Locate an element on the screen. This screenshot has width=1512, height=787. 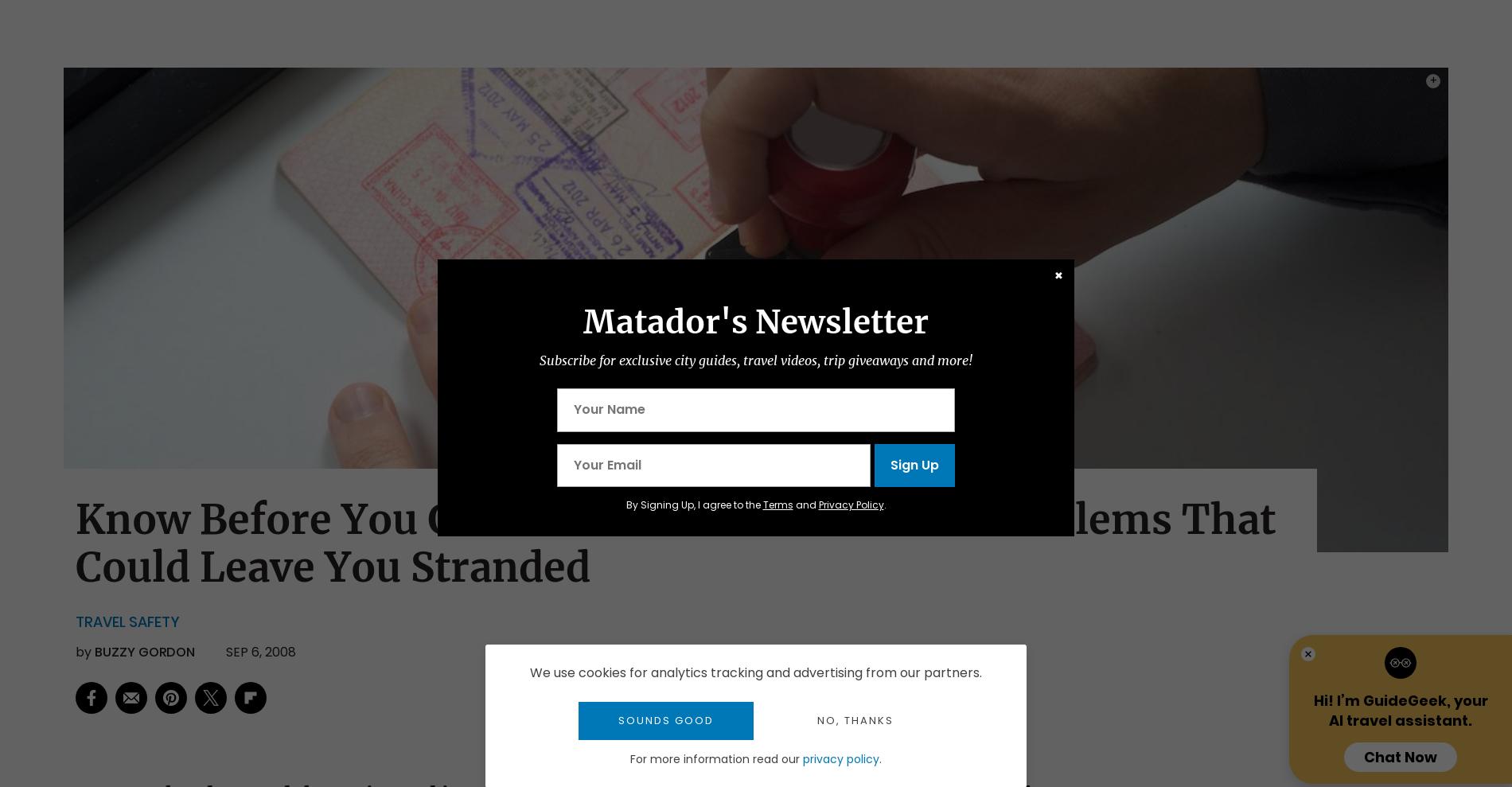
'Subscribe for exclusive city guides, travel videos, trip giveaways and more!' is located at coordinates (756, 359).